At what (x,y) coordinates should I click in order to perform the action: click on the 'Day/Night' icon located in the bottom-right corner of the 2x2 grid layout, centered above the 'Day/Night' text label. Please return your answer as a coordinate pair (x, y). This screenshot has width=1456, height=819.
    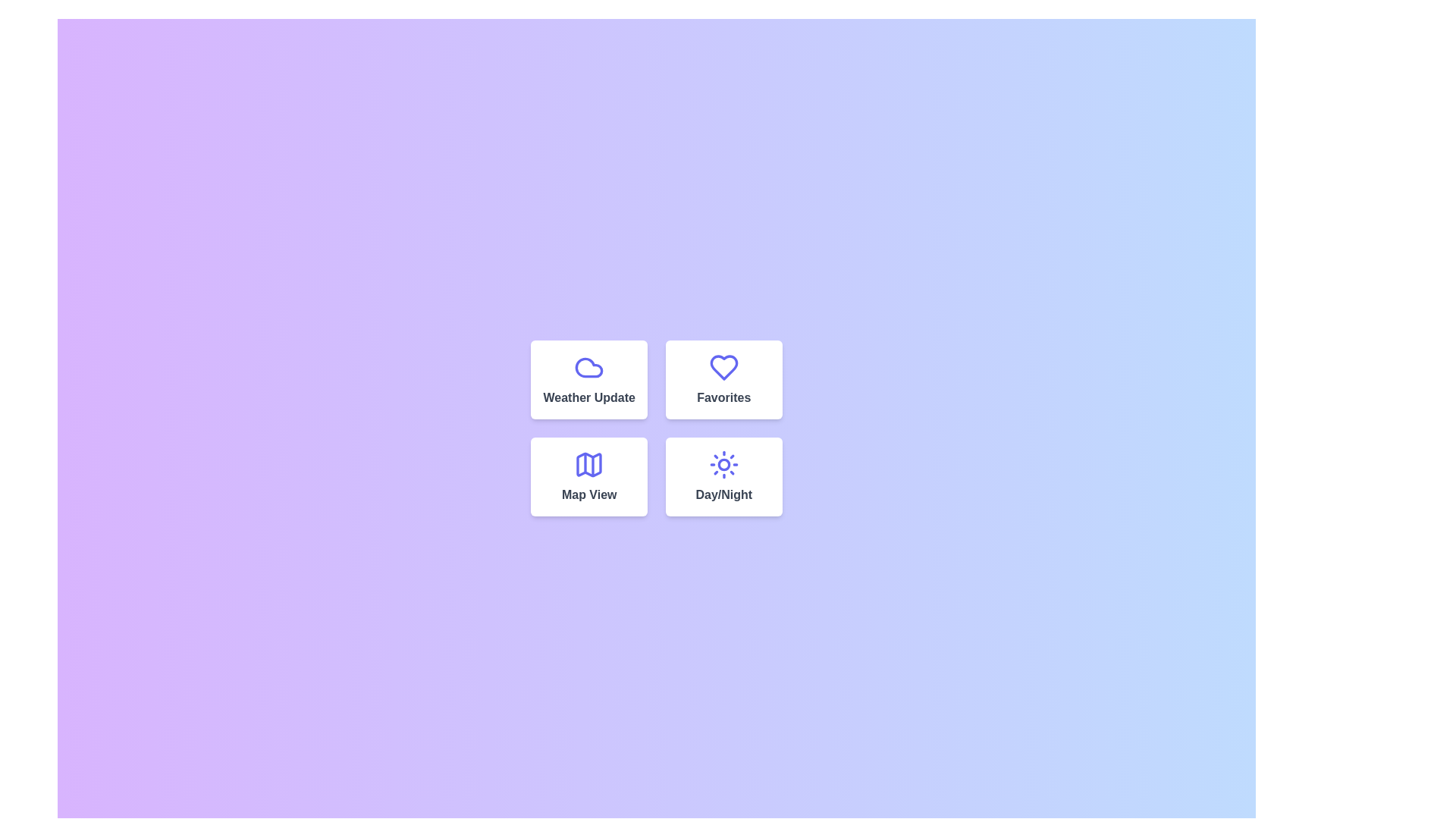
    Looking at the image, I should click on (723, 464).